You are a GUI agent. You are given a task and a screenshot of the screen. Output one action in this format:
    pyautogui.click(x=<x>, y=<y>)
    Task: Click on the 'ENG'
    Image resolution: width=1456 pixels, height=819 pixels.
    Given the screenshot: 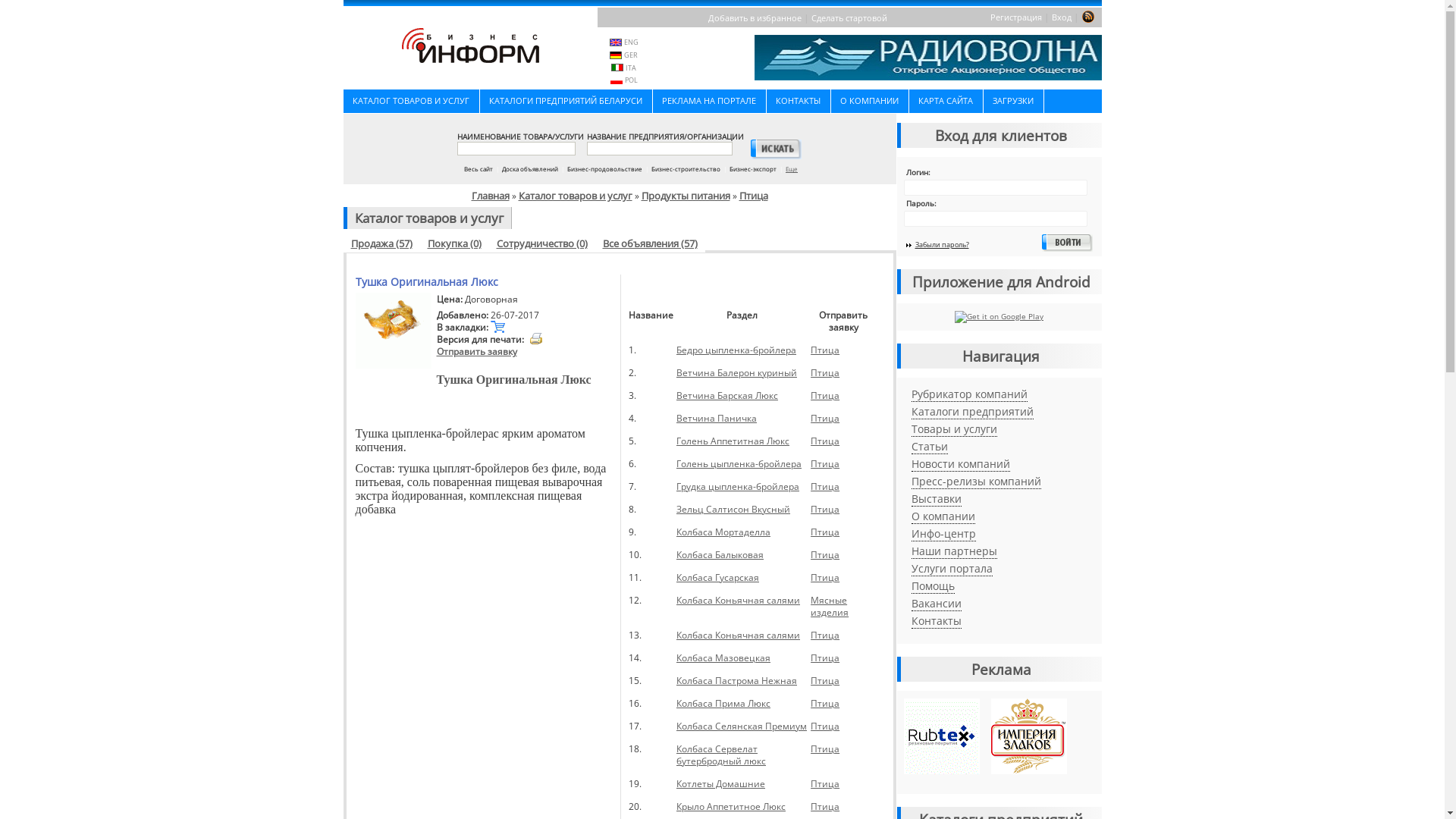 What is the action you would take?
    pyautogui.click(x=623, y=41)
    